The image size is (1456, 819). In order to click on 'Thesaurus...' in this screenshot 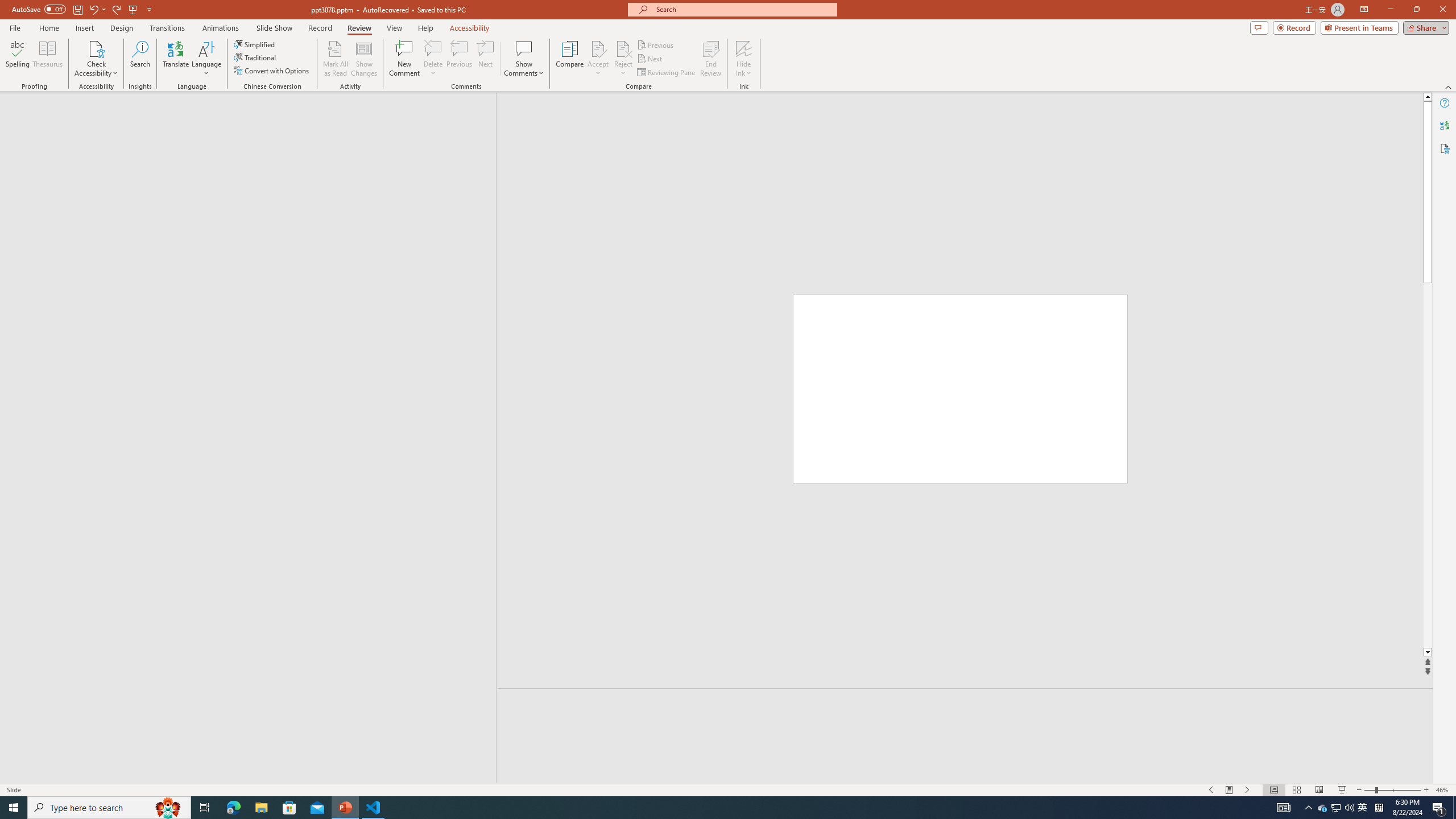, I will do `click(47, 59)`.